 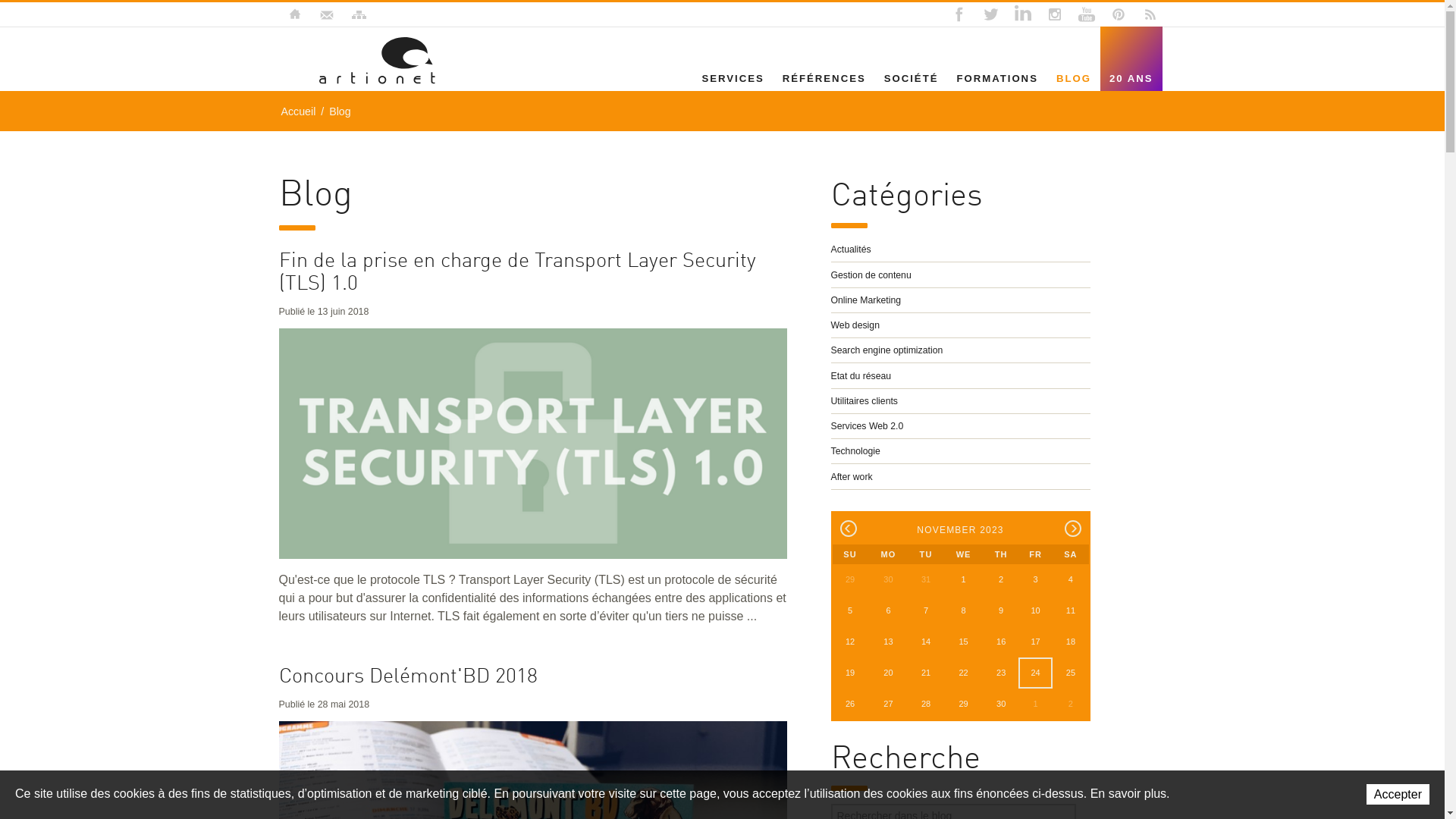 I want to click on 'Search engine optimization', so click(x=960, y=350).